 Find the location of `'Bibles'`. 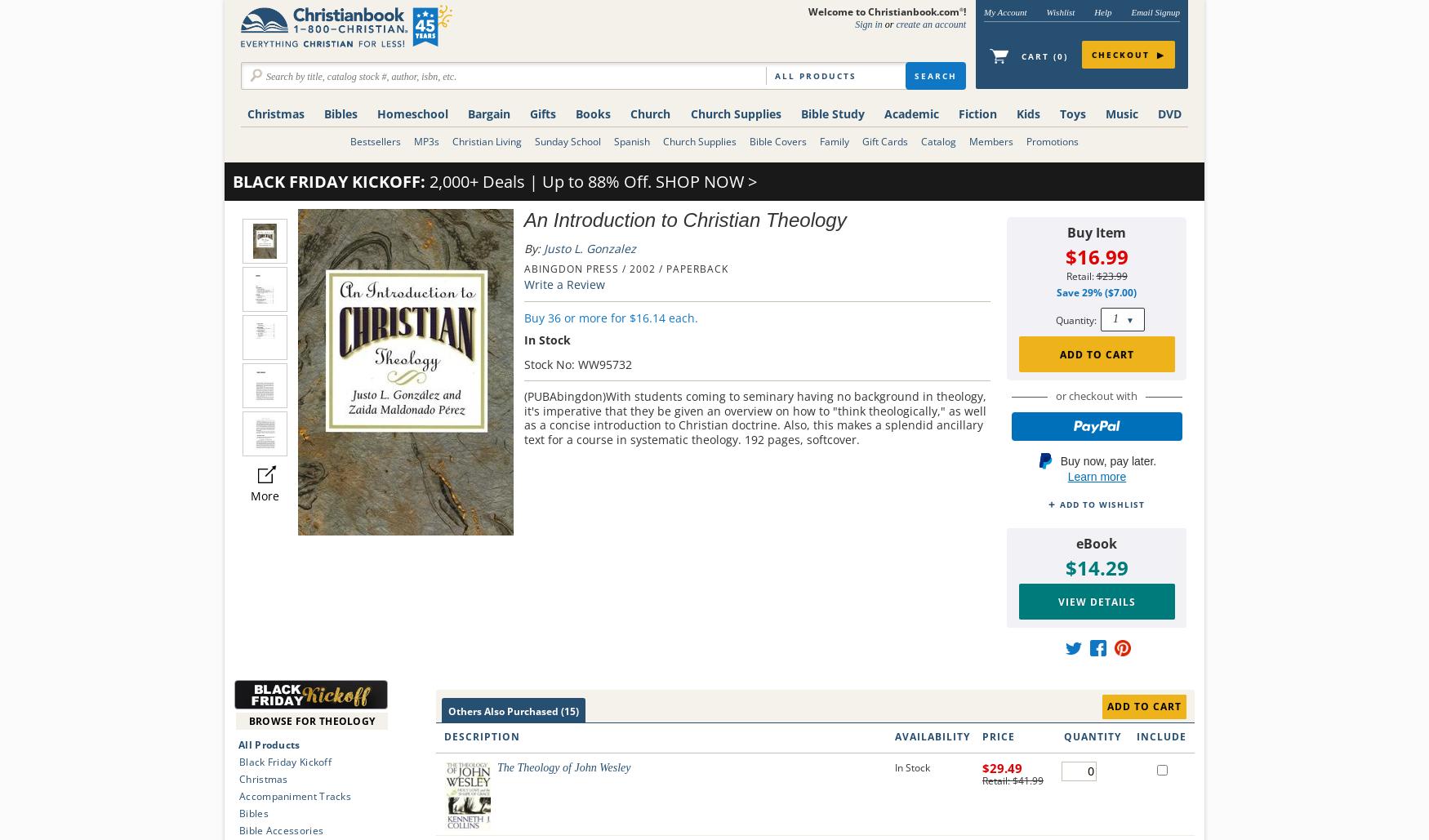

'Bibles' is located at coordinates (323, 113).